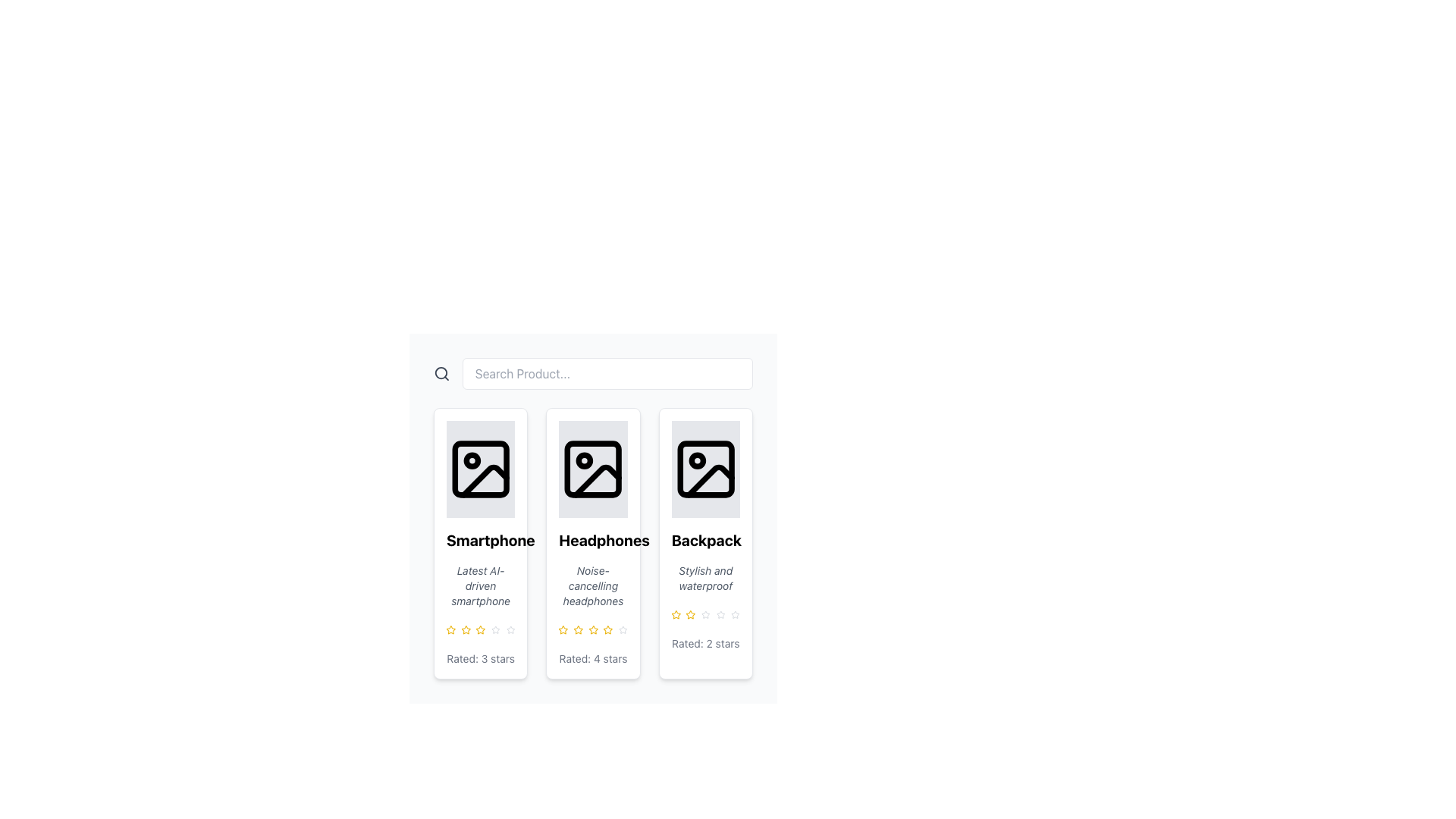 The height and width of the screenshot is (819, 1456). I want to click on the circular component of the magnifying glass icon within the SVG that symbolizes search functionality, so click(440, 373).